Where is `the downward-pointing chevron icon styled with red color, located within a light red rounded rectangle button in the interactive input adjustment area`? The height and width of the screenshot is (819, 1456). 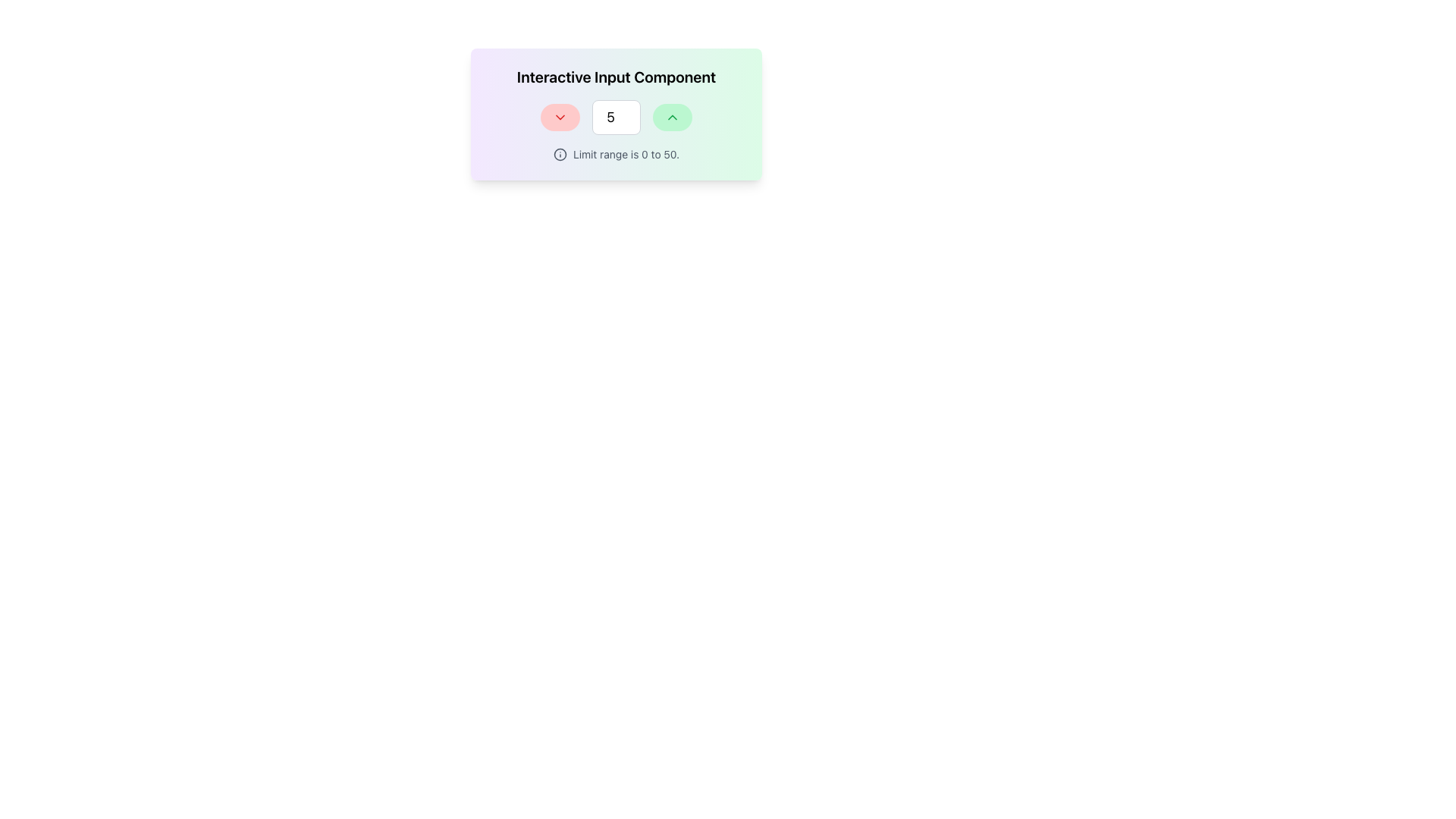
the downward-pointing chevron icon styled with red color, located within a light red rounded rectangle button in the interactive input adjustment area is located at coordinates (560, 116).